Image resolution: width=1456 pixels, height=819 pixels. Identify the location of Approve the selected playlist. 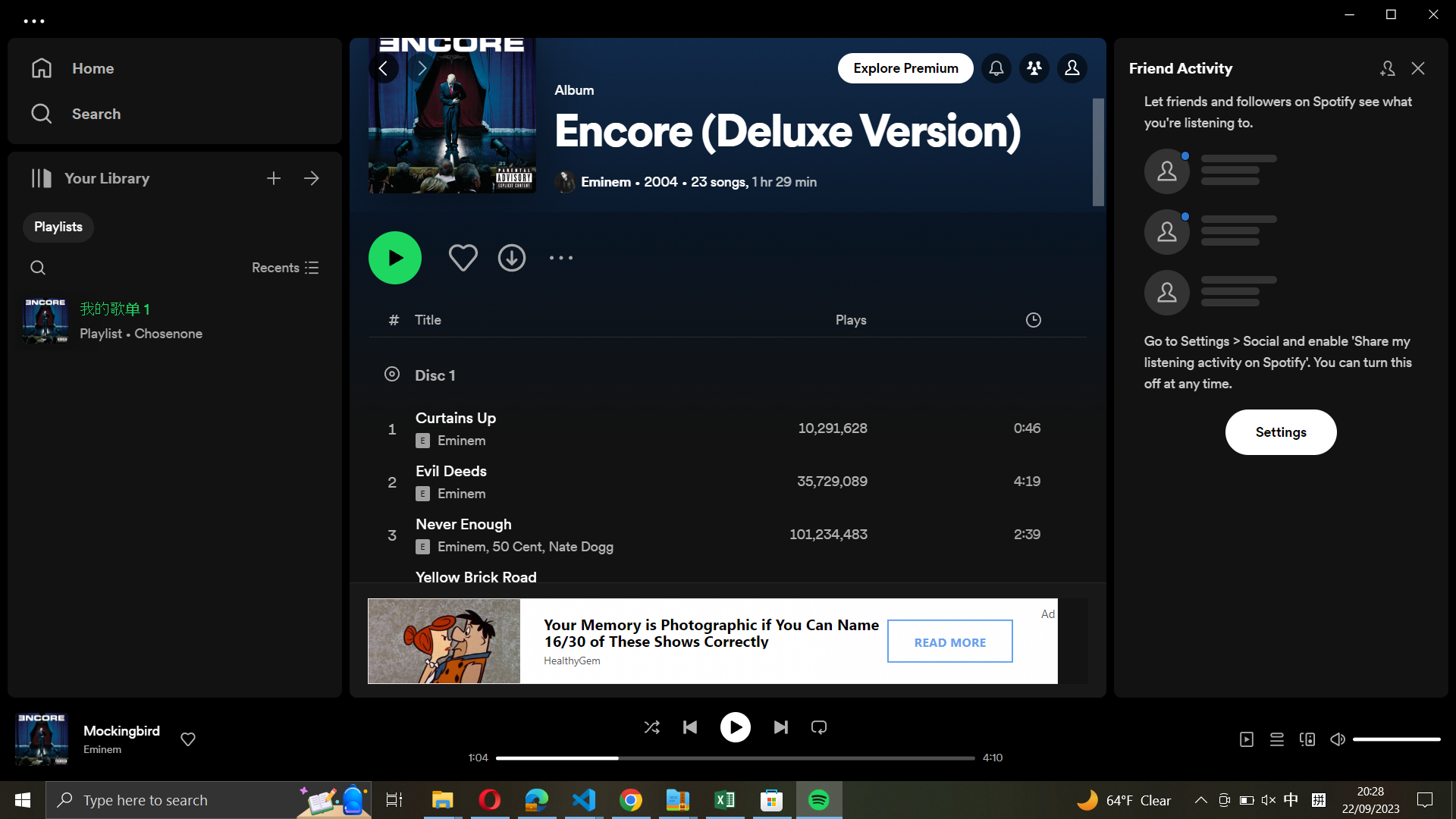
(461, 256).